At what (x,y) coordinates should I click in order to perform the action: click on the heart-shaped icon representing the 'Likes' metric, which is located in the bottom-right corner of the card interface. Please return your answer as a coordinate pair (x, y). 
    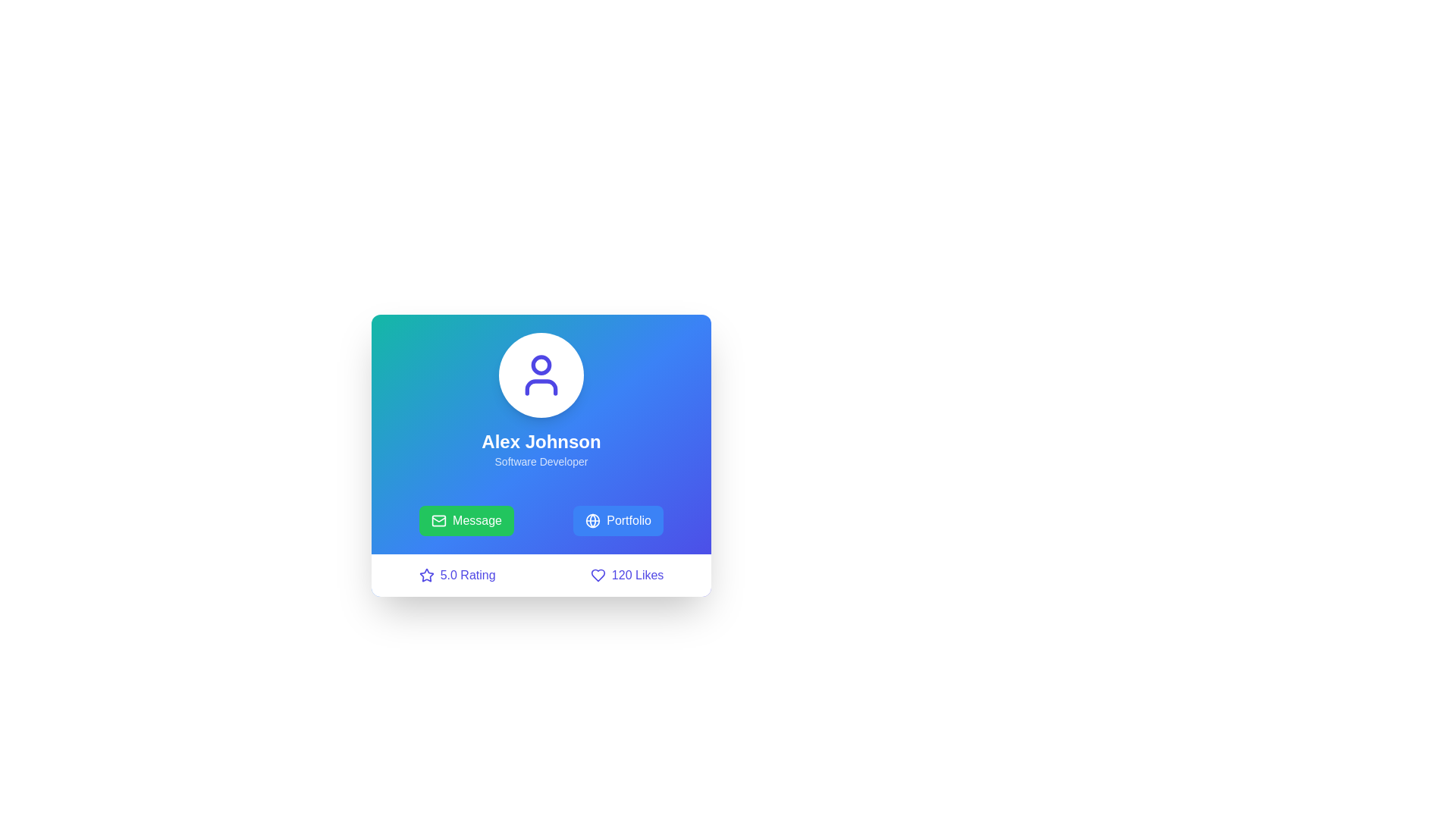
    Looking at the image, I should click on (597, 576).